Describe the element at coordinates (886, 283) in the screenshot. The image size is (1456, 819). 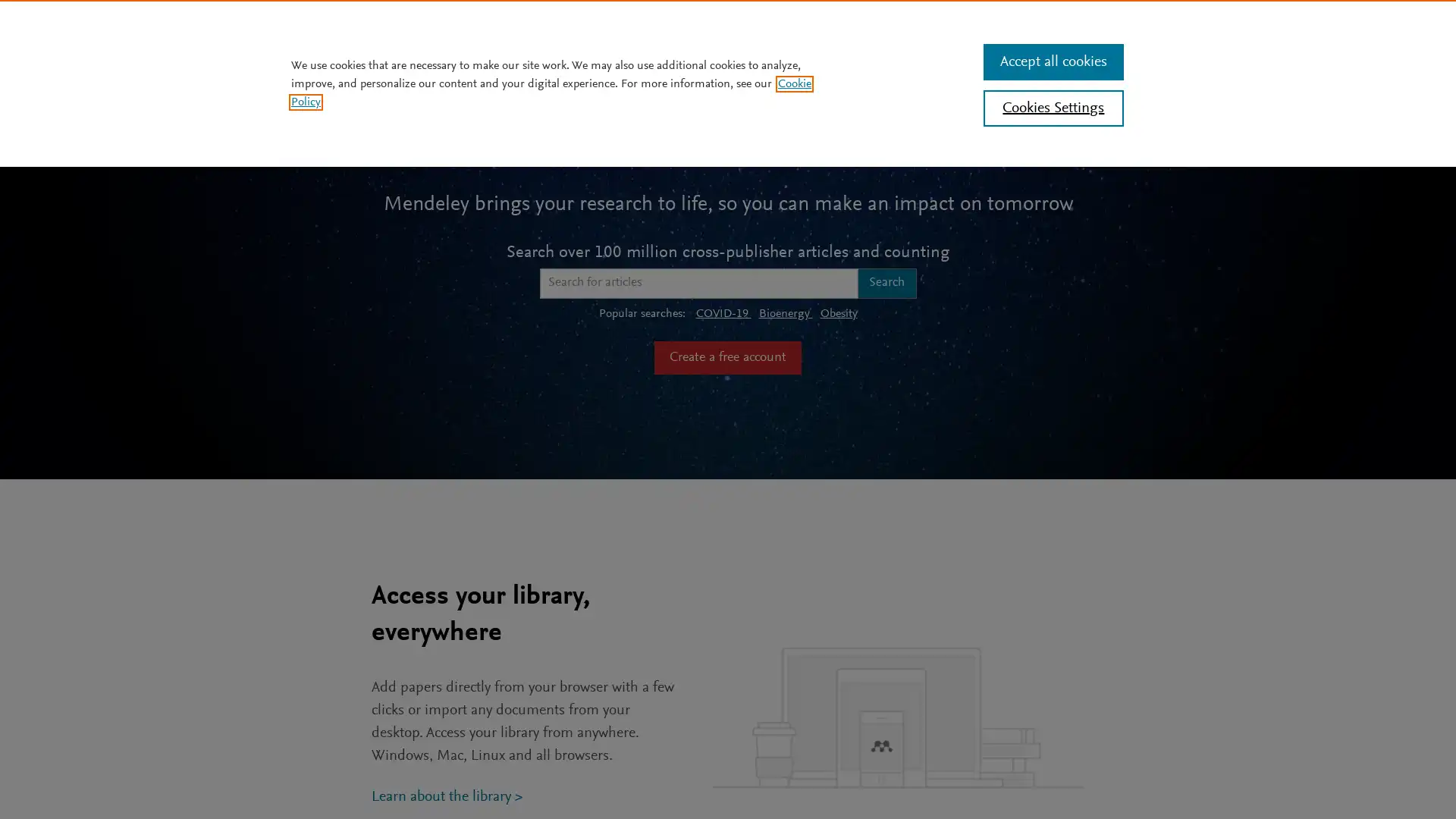
I see `Search` at that location.